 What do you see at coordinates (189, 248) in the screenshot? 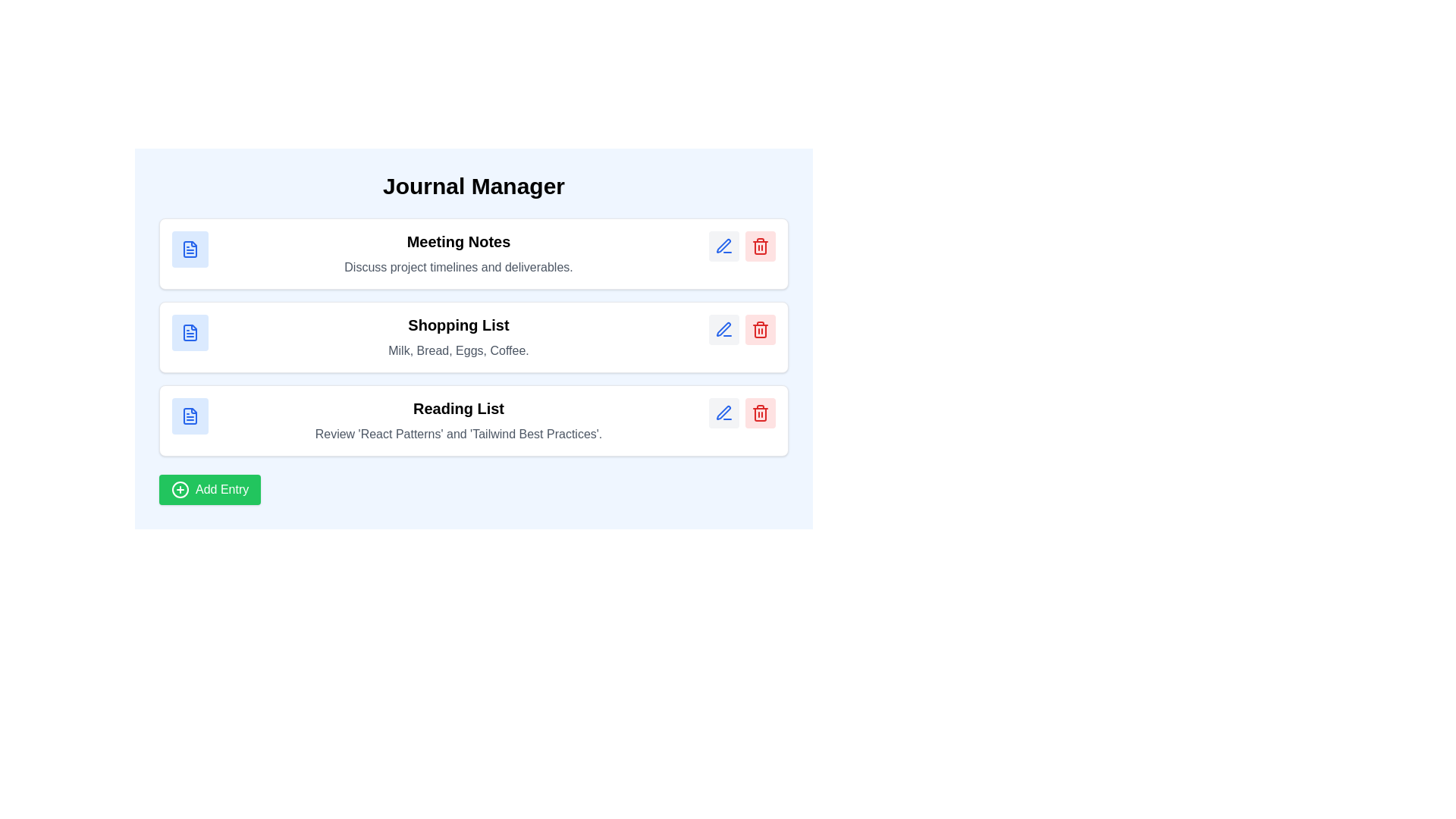
I see `the blue document icon labeled 'Meeting Notes' located on the left side of the first row under the 'Journal Manager' heading by clicking on it` at bounding box center [189, 248].